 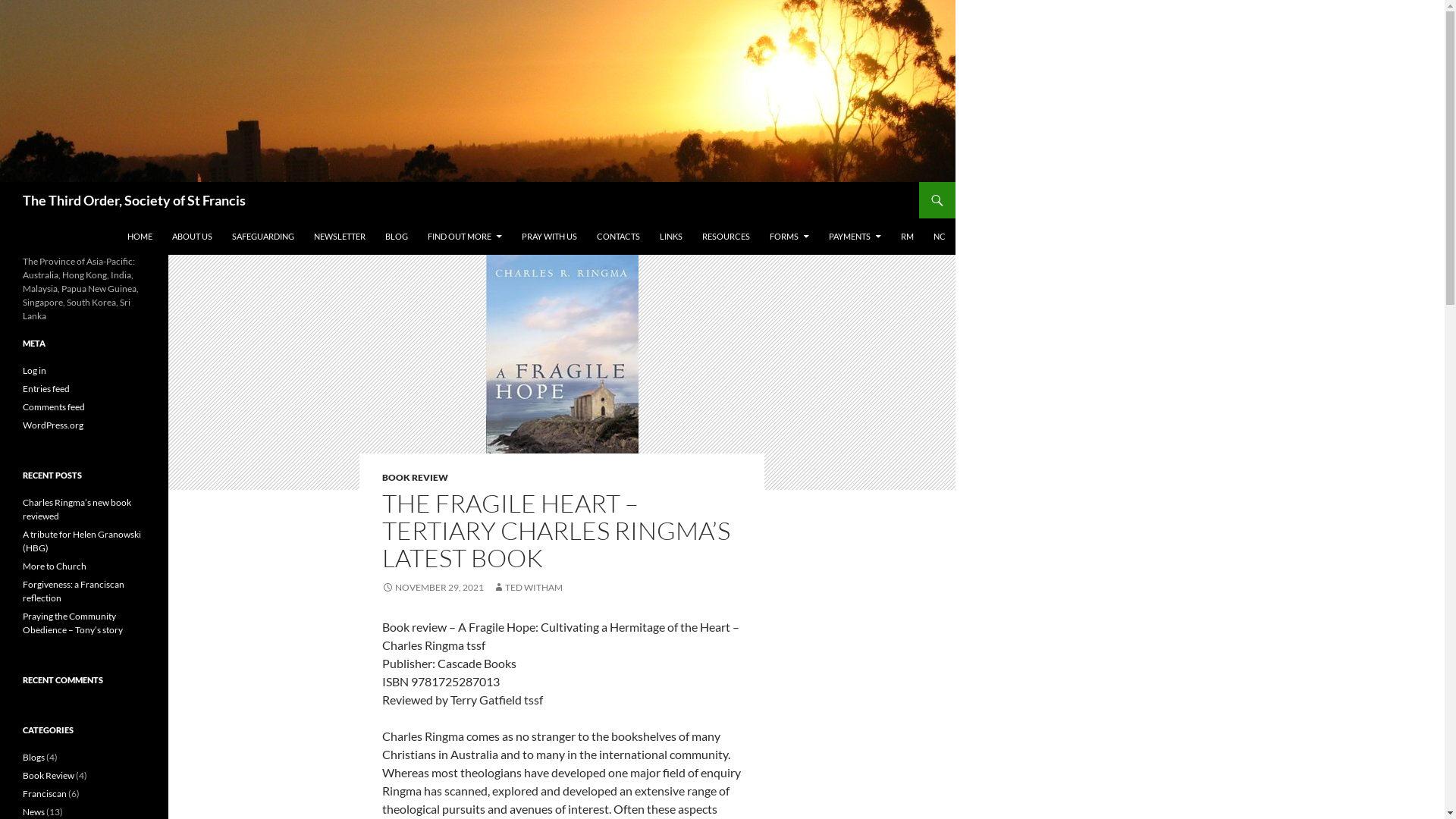 What do you see at coordinates (140, 237) in the screenshot?
I see `'HOME'` at bounding box center [140, 237].